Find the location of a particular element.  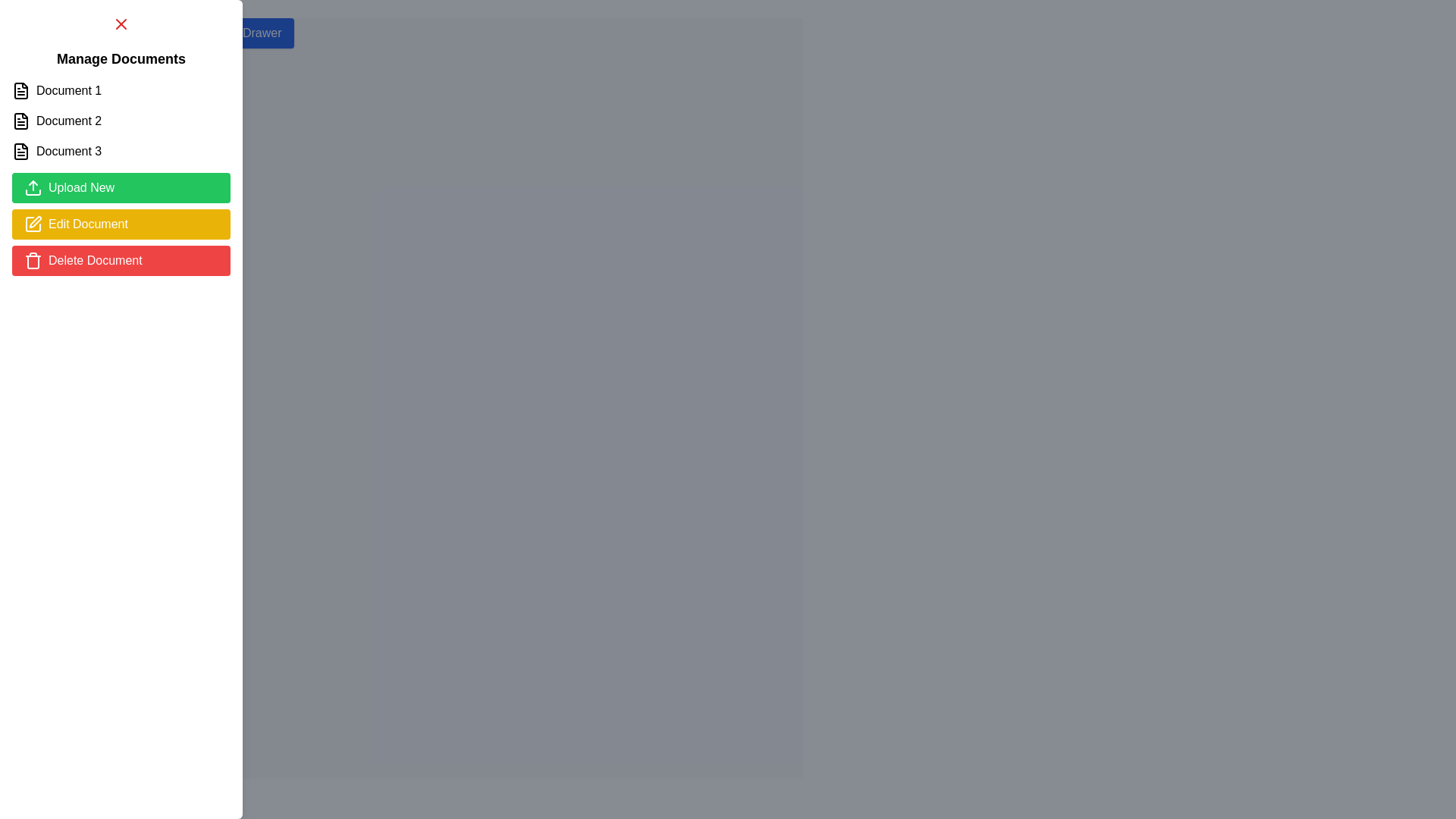

the bottom component of the upload icon located above the 'Upload New' text in the left sidebar panel is located at coordinates (33, 192).